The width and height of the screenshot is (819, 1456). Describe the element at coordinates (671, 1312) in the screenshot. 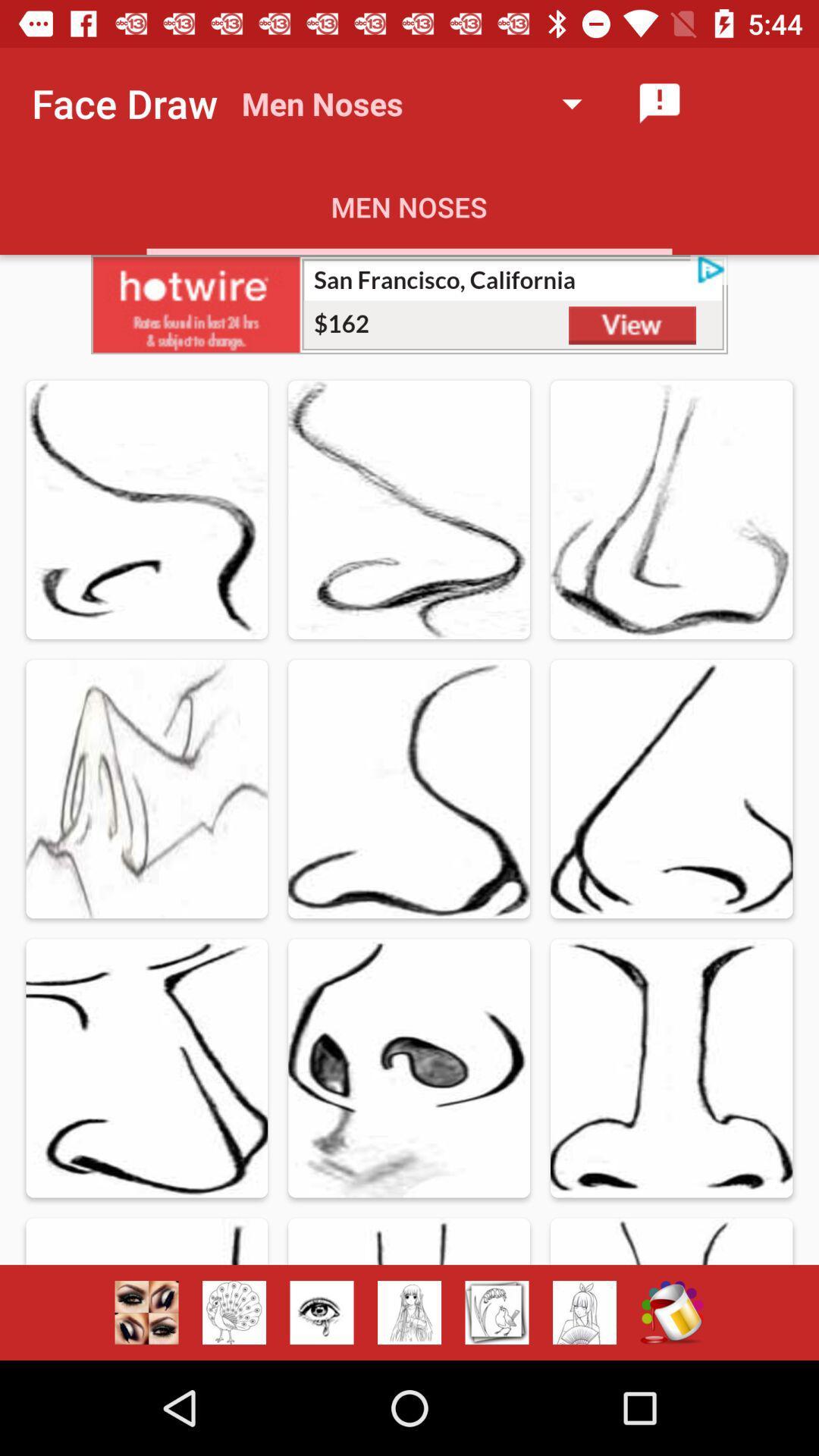

I see `colors button` at that location.